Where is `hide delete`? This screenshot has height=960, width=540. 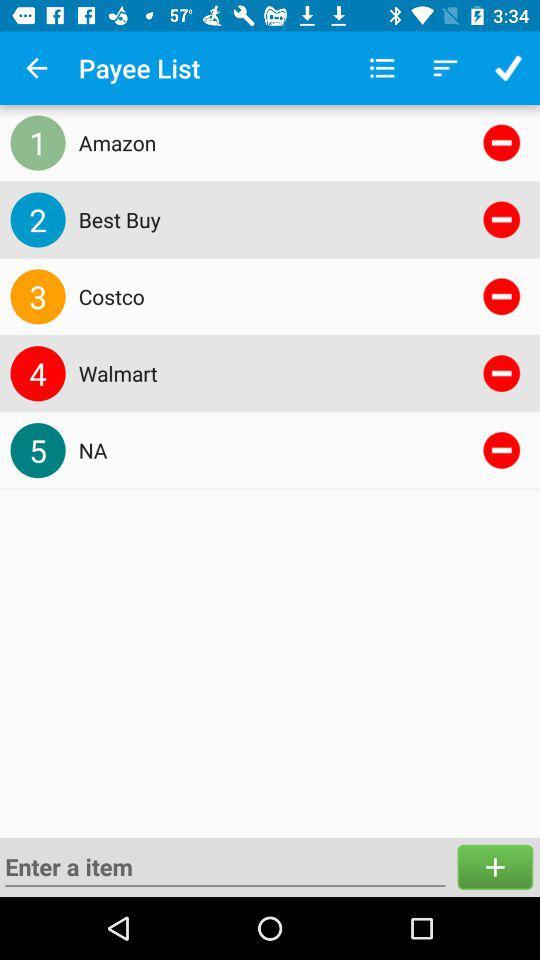
hide delete is located at coordinates (500, 219).